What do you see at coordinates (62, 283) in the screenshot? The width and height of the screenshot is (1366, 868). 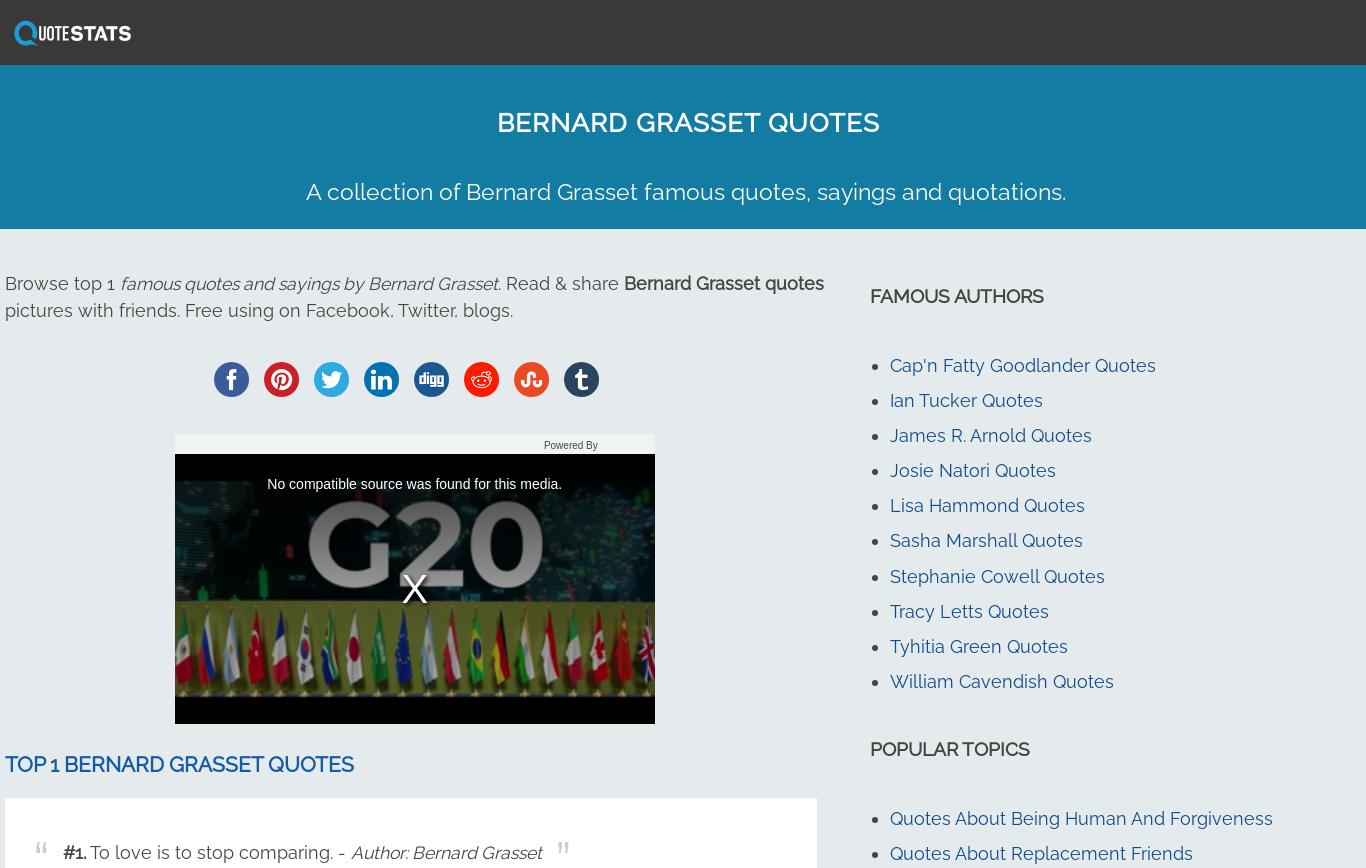 I see `'Browse top 1'` at bounding box center [62, 283].